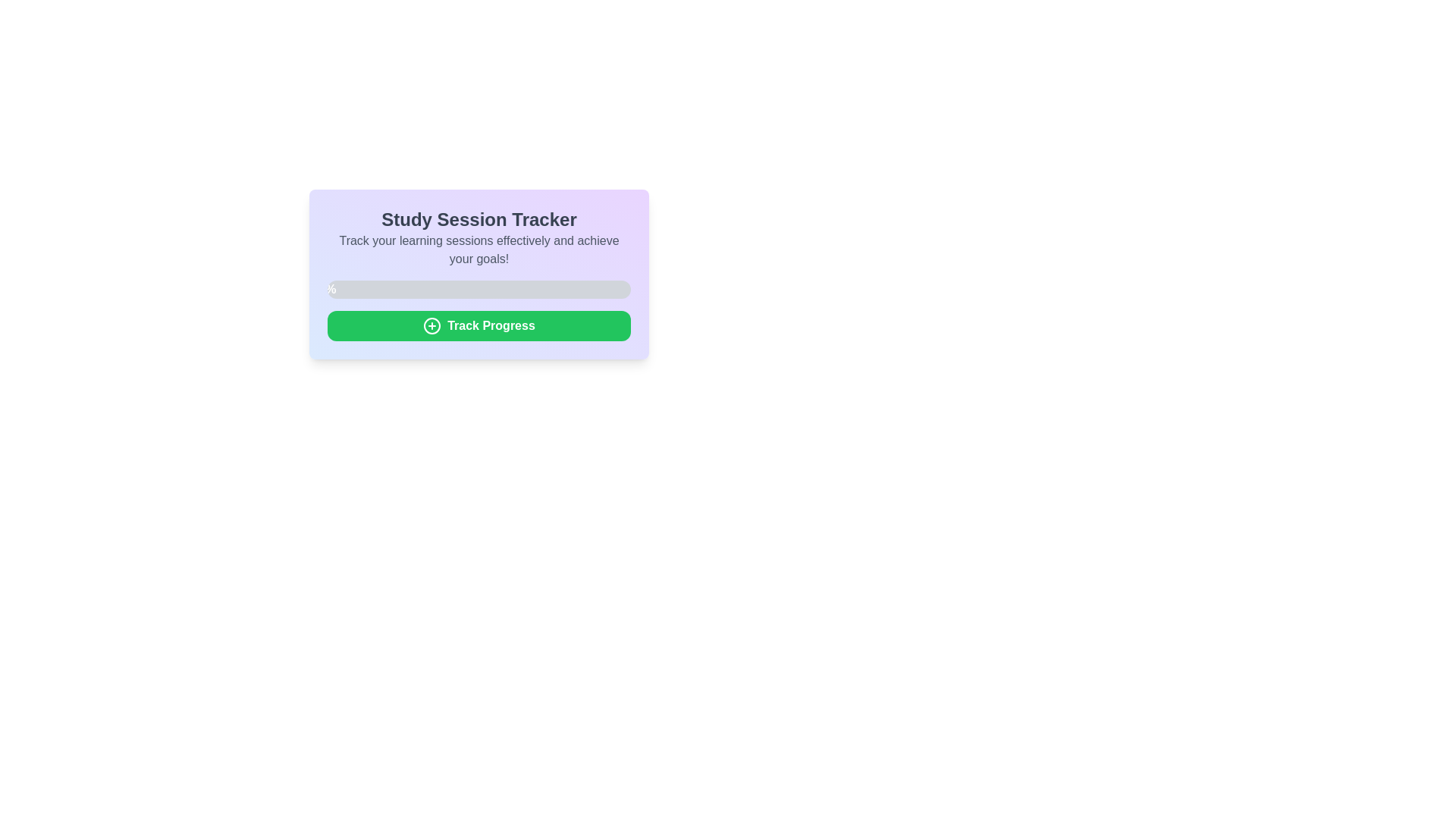 Image resolution: width=1456 pixels, height=819 pixels. I want to click on the circular part of the '+' icon located at the center of the green 'Track Progress' button in the 'Study Session Tracker' interface, so click(431, 325).